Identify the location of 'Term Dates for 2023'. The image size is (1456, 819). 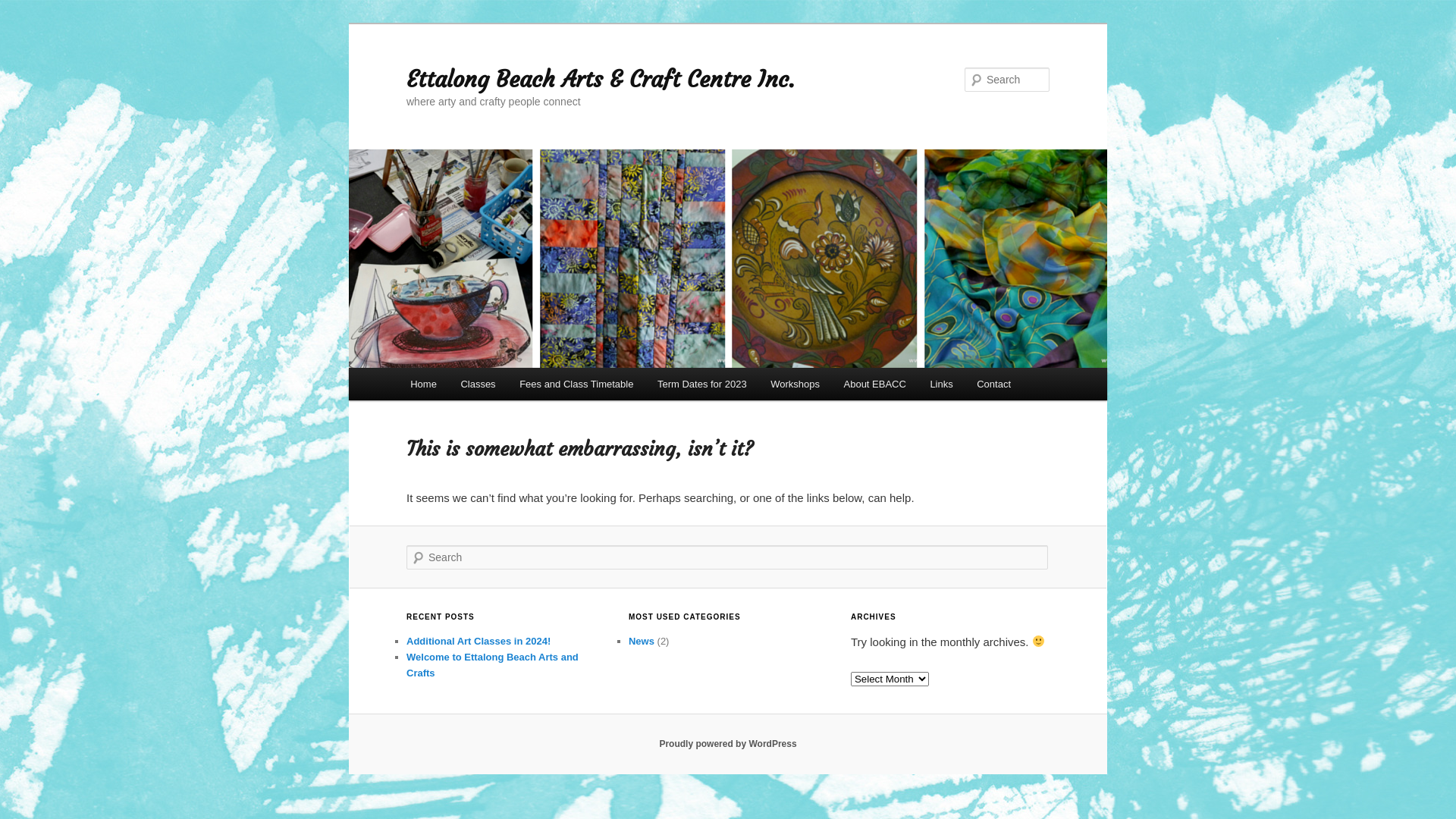
(701, 383).